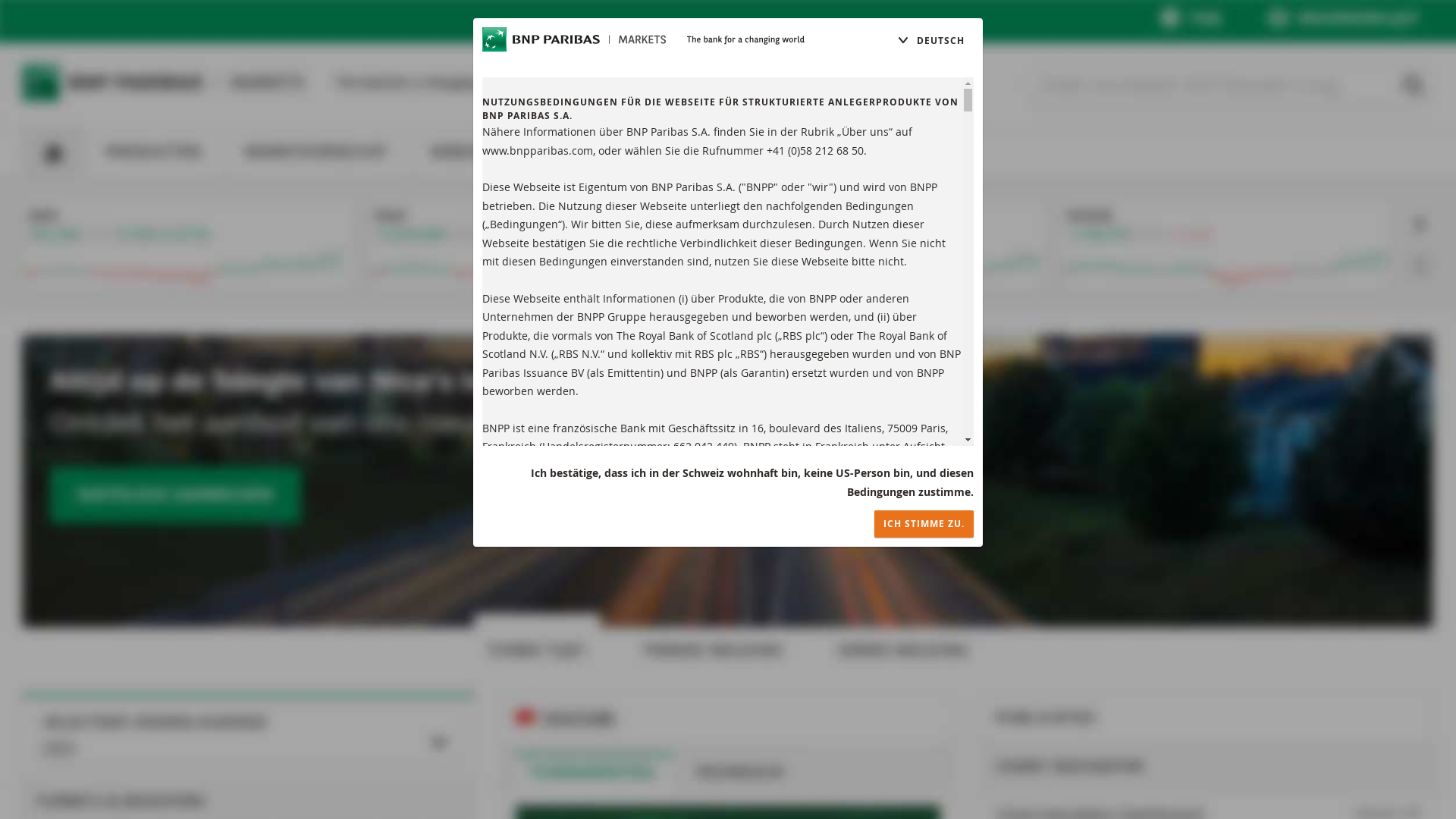 The height and width of the screenshot is (819, 1456). I want to click on 'DEUTSCH', so click(930, 40).